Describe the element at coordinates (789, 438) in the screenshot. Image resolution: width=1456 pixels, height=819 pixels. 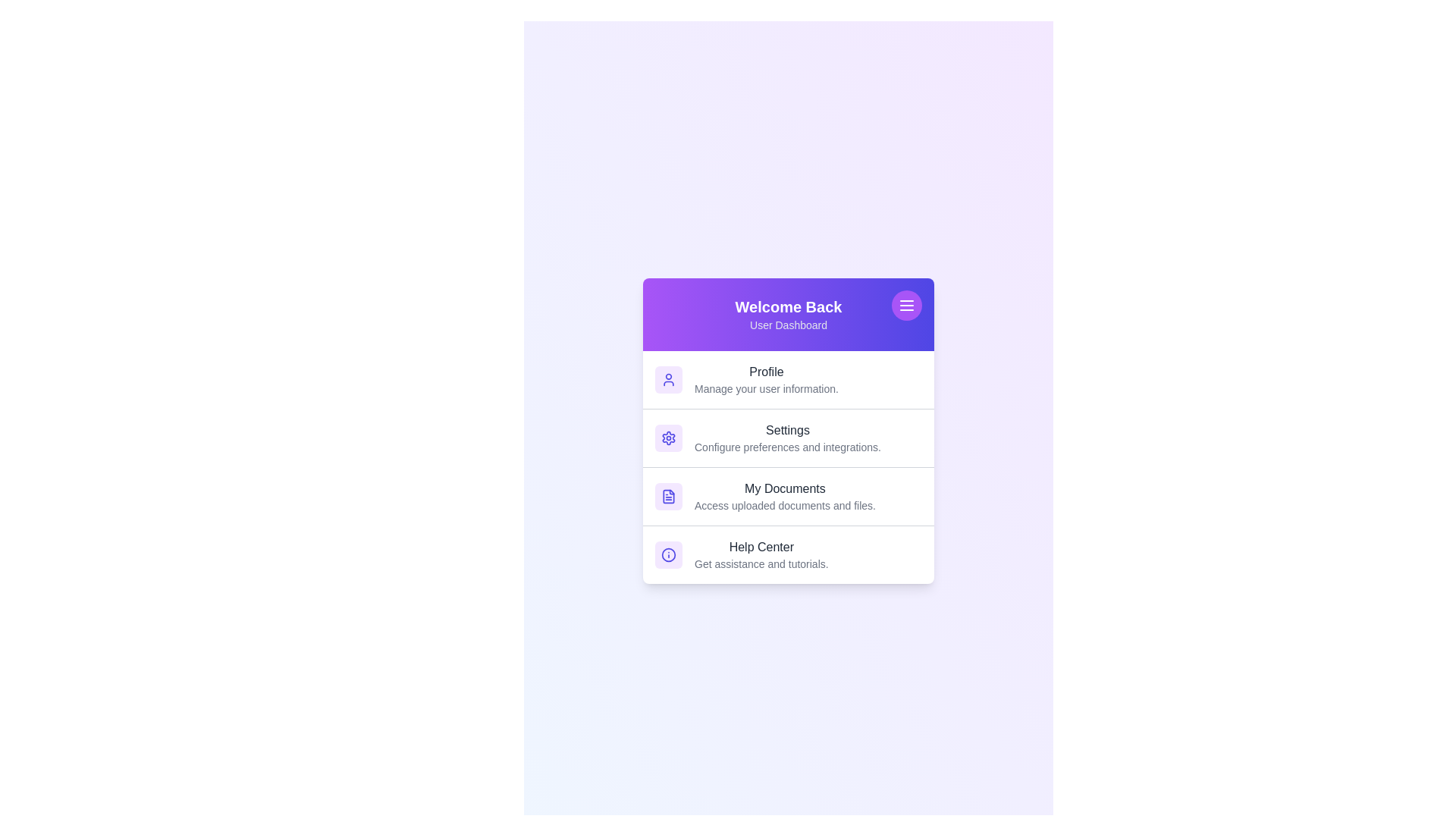
I see `the list item corresponding to Settings` at that location.